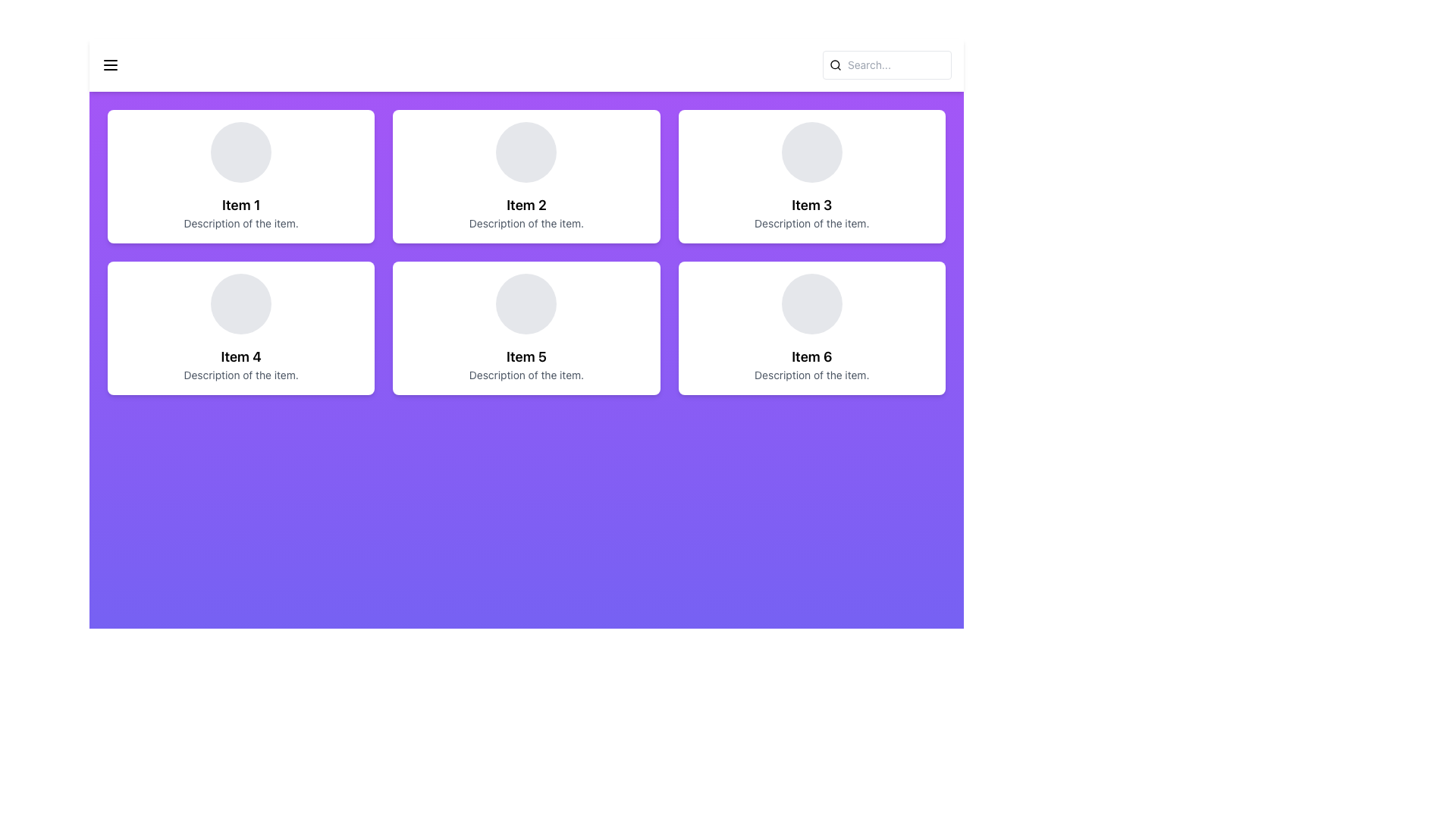  I want to click on the text element stating 'Description of the item.', which is positioned below the 'Item 5' heading in the second row, second column card of a 2x3 grid layout, so click(526, 375).